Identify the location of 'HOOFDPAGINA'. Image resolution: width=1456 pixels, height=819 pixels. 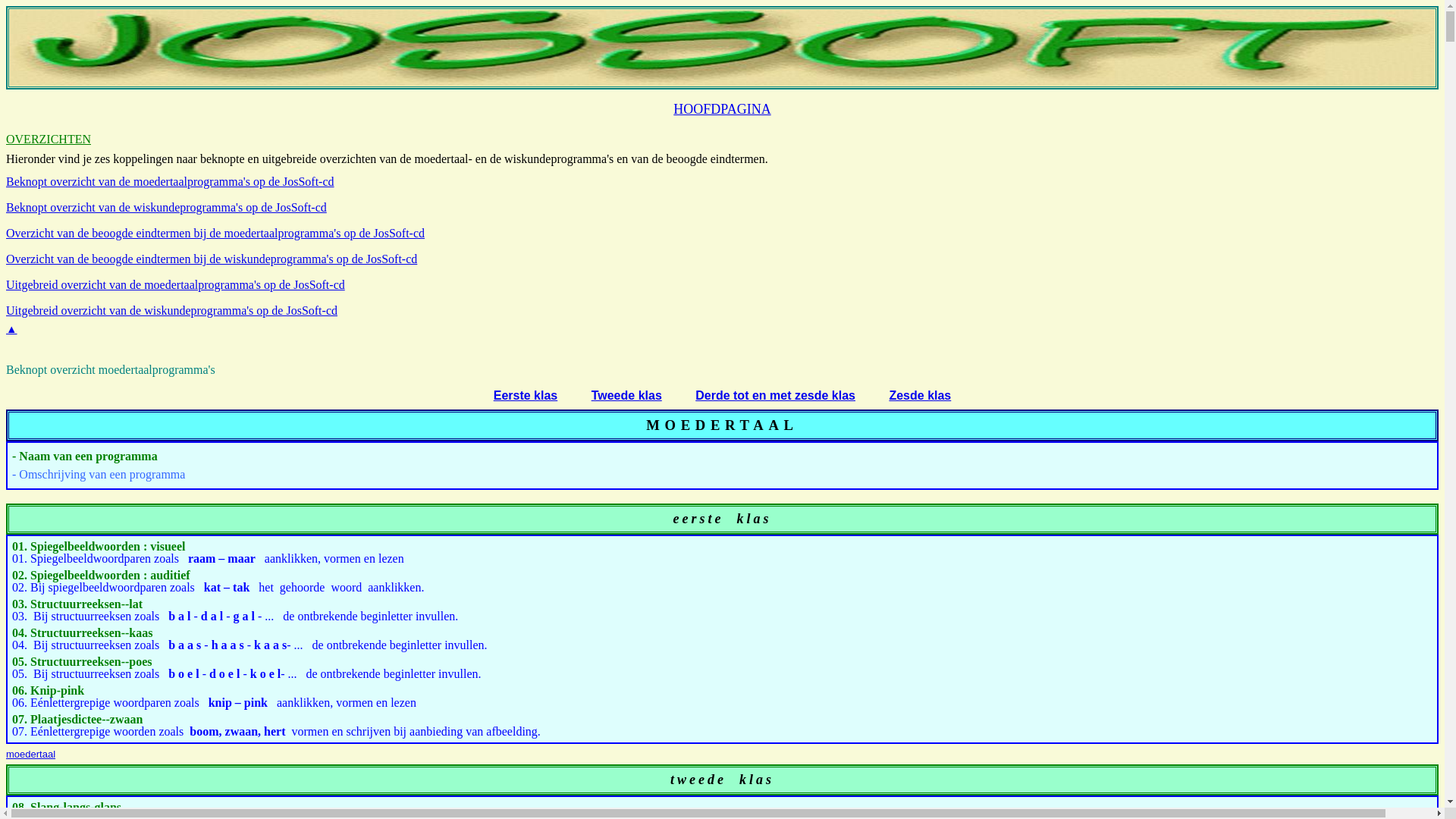
(673, 108).